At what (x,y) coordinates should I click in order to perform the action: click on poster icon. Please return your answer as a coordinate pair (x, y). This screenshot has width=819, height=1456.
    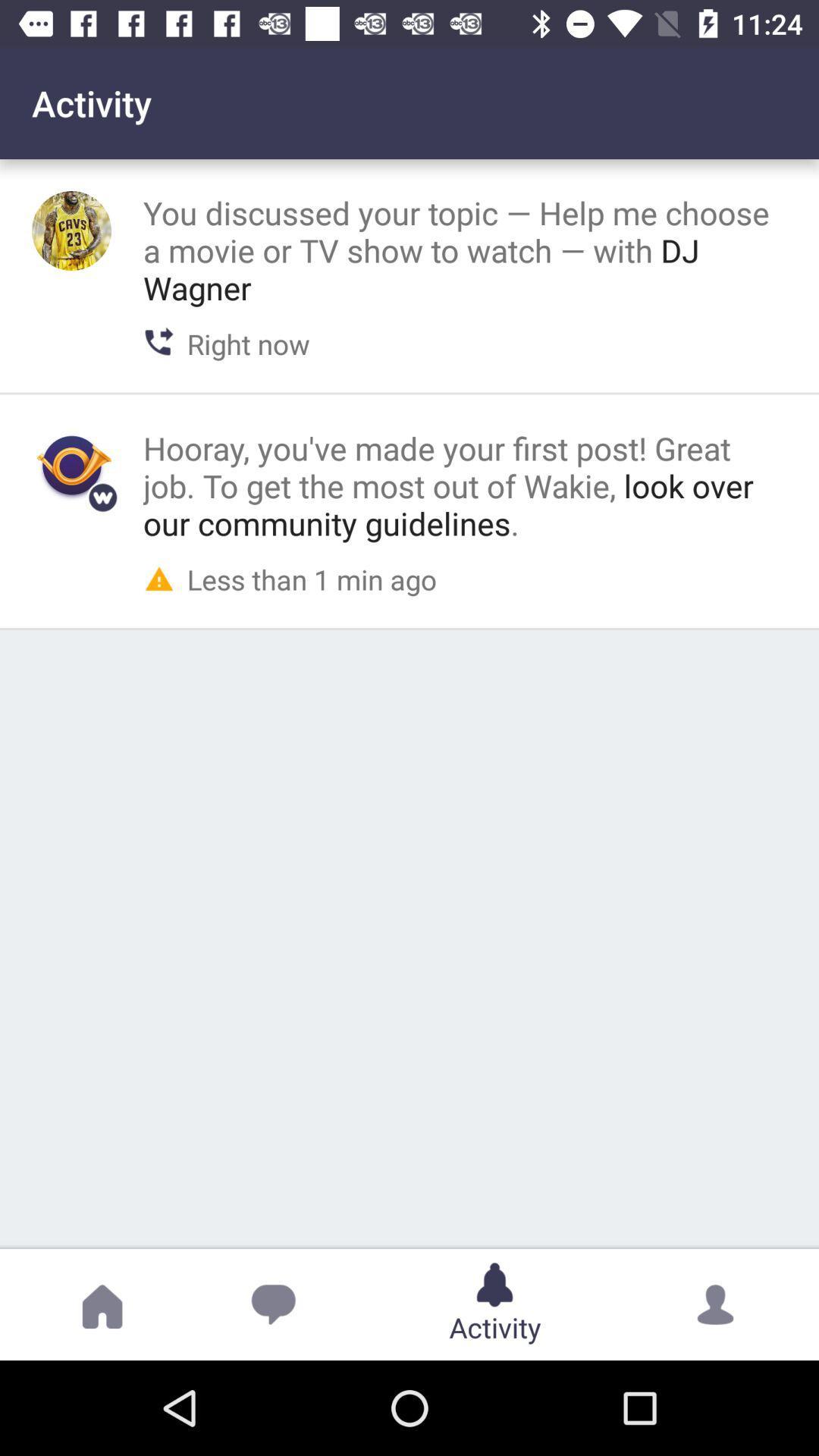
    Looking at the image, I should click on (71, 465).